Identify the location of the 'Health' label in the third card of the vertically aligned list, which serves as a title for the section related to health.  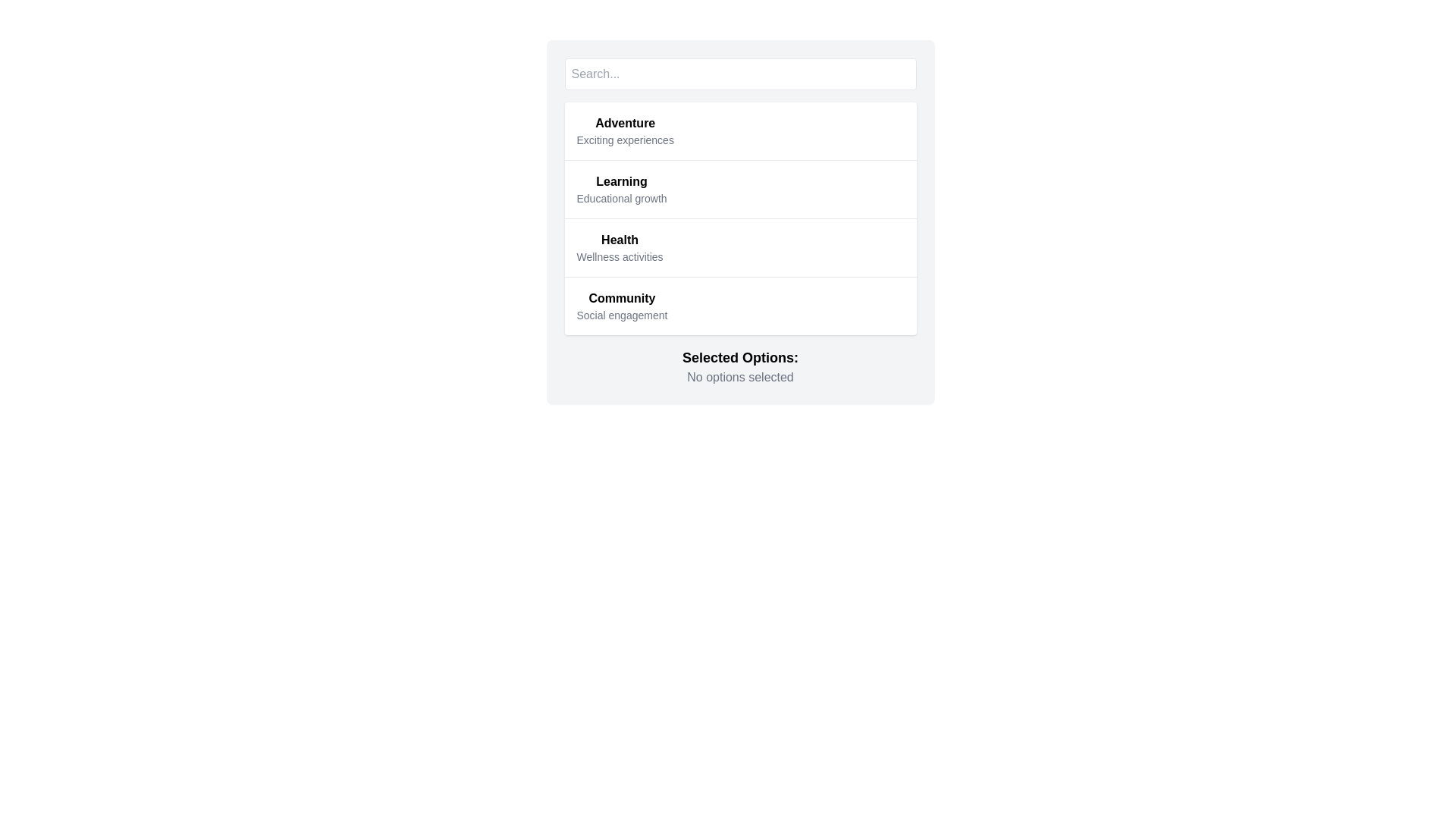
(620, 239).